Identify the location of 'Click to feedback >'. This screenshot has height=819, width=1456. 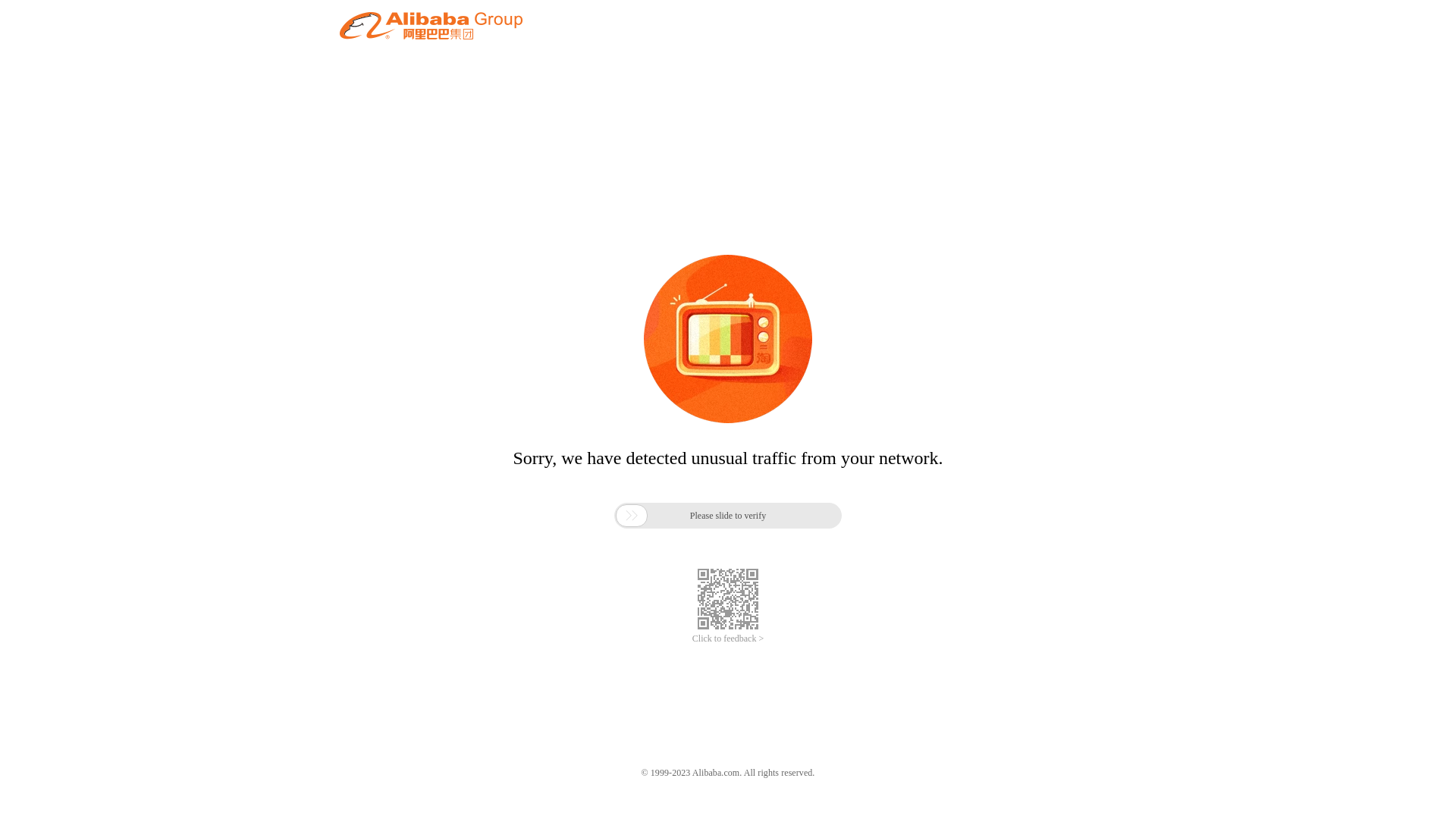
(728, 639).